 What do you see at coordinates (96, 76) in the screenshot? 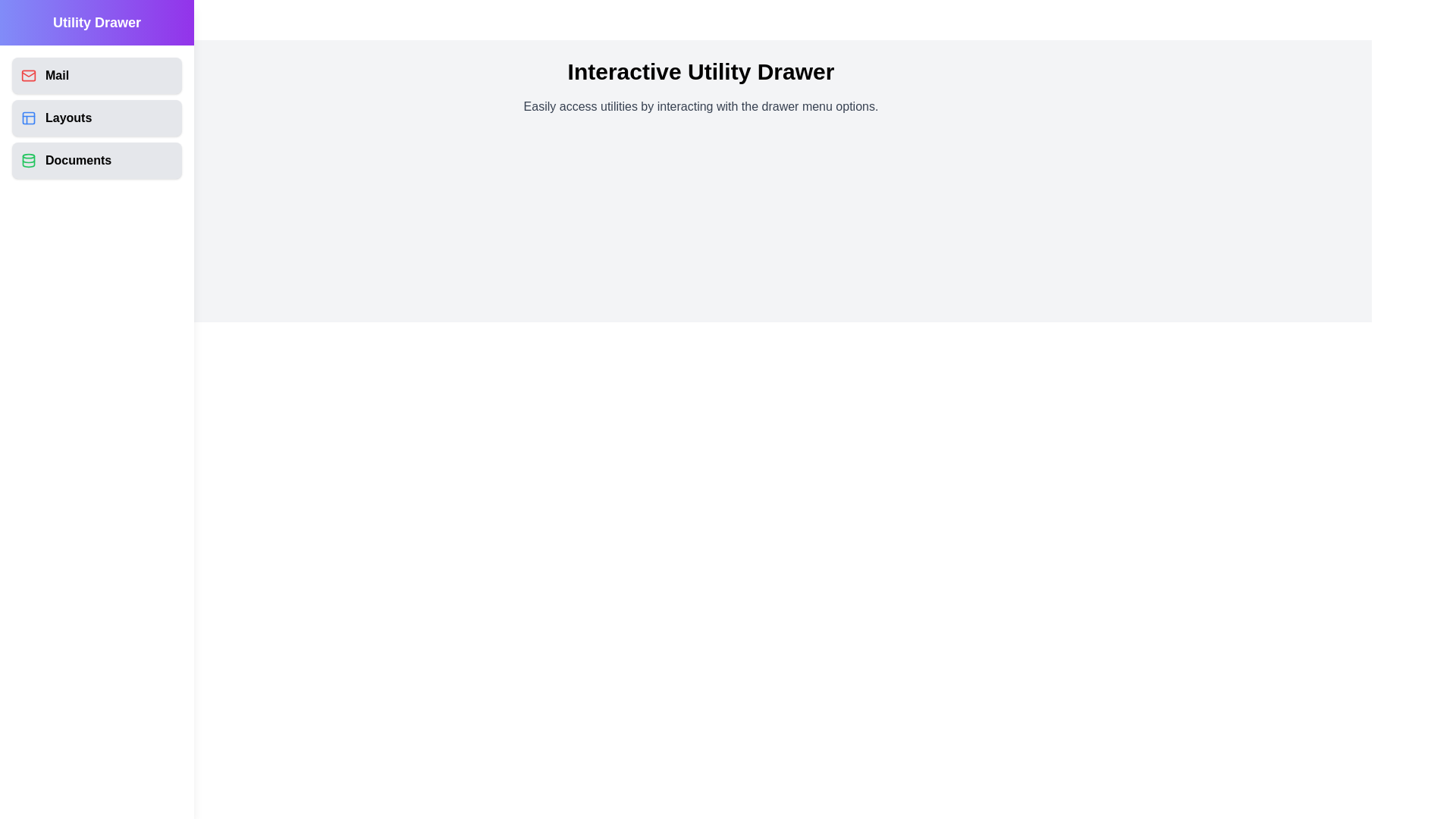
I see `the utility option Mail in the drawer` at bounding box center [96, 76].